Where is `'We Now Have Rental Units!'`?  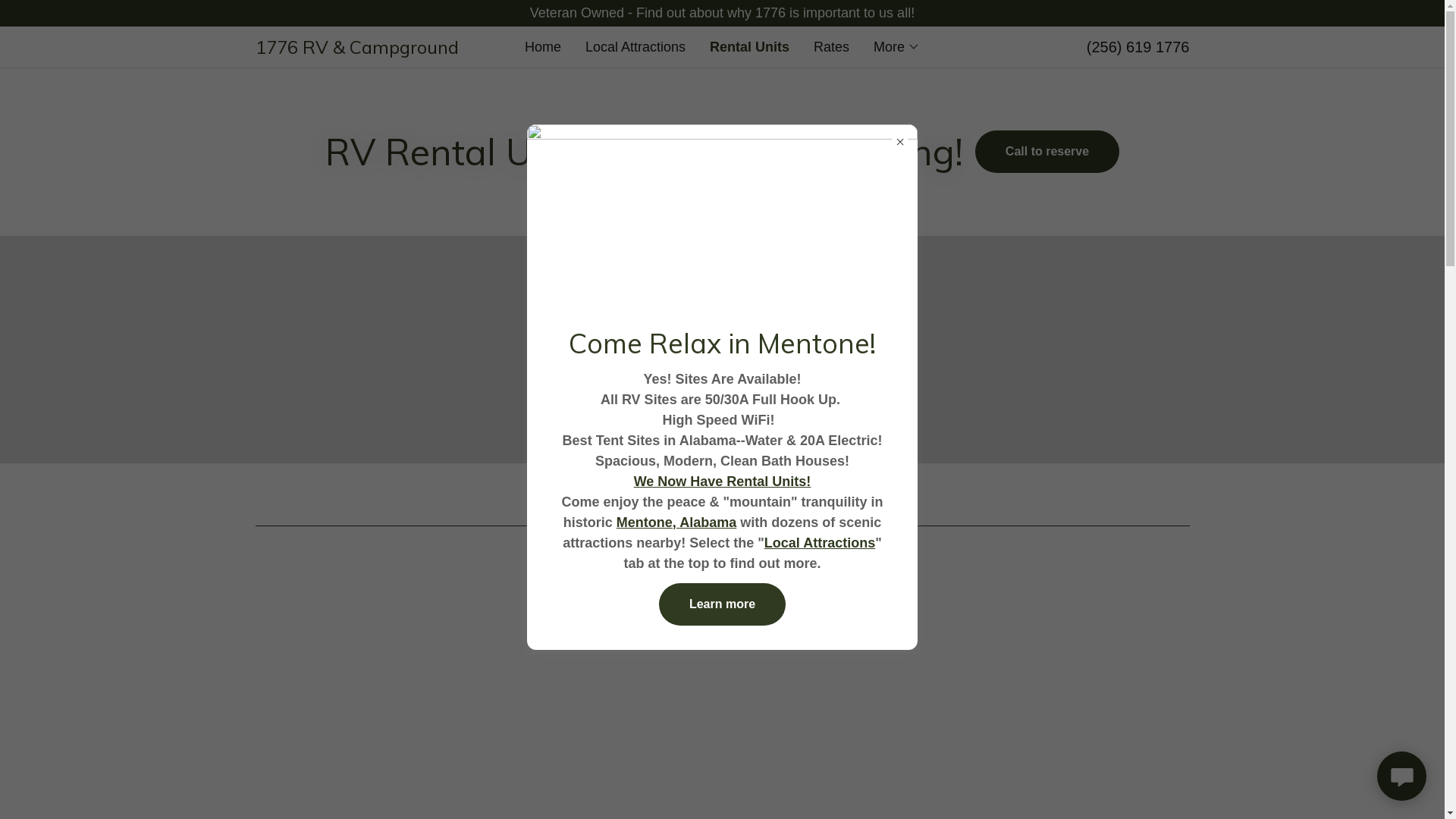 'We Now Have Rental Units!' is located at coordinates (722, 480).